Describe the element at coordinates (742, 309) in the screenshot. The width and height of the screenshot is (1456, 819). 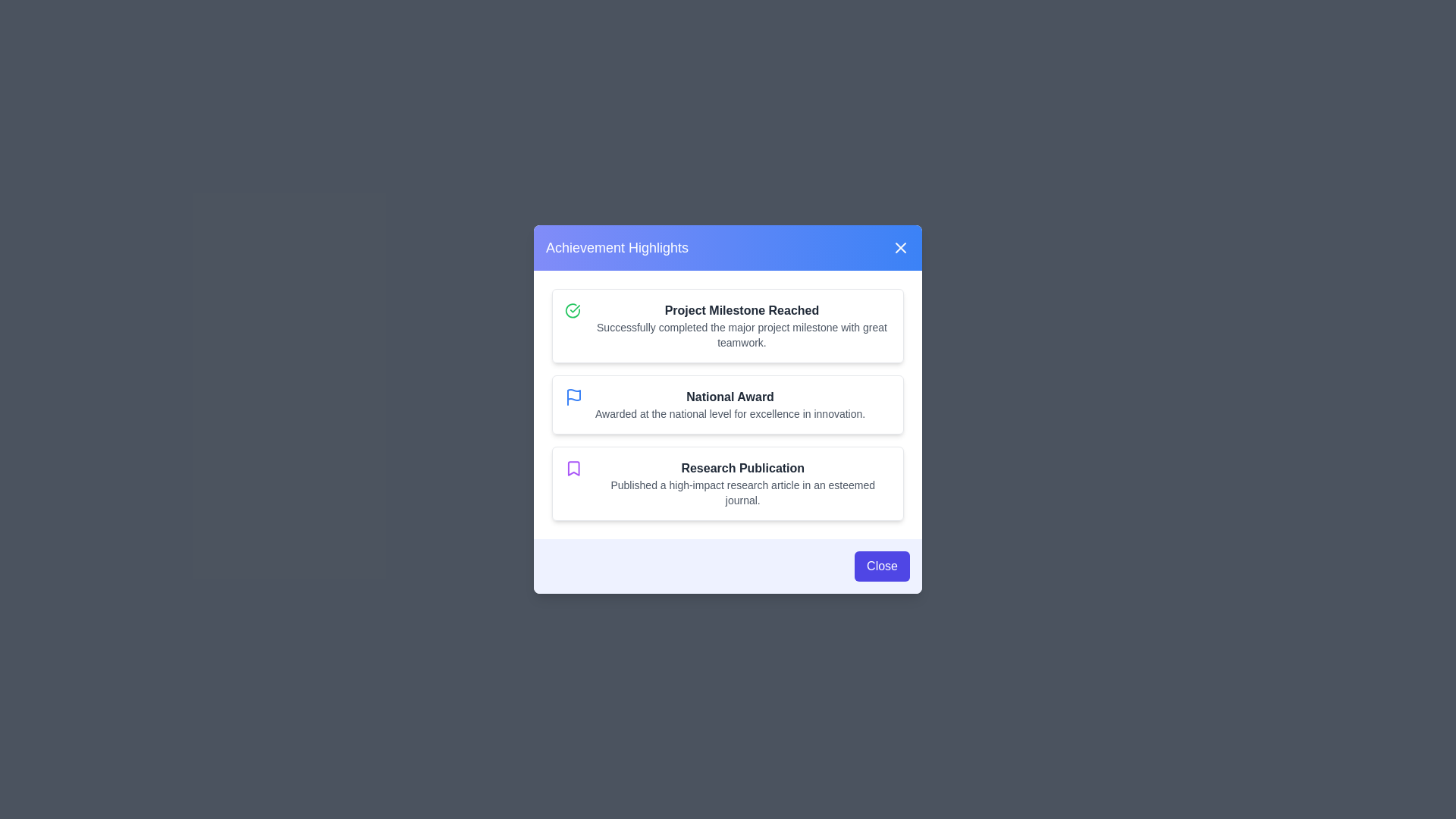
I see `the text label that displays 'Project Milestone Reached', which is prominently styled in dark gray at the top of the 'Achievement Highlights' dialog` at that location.